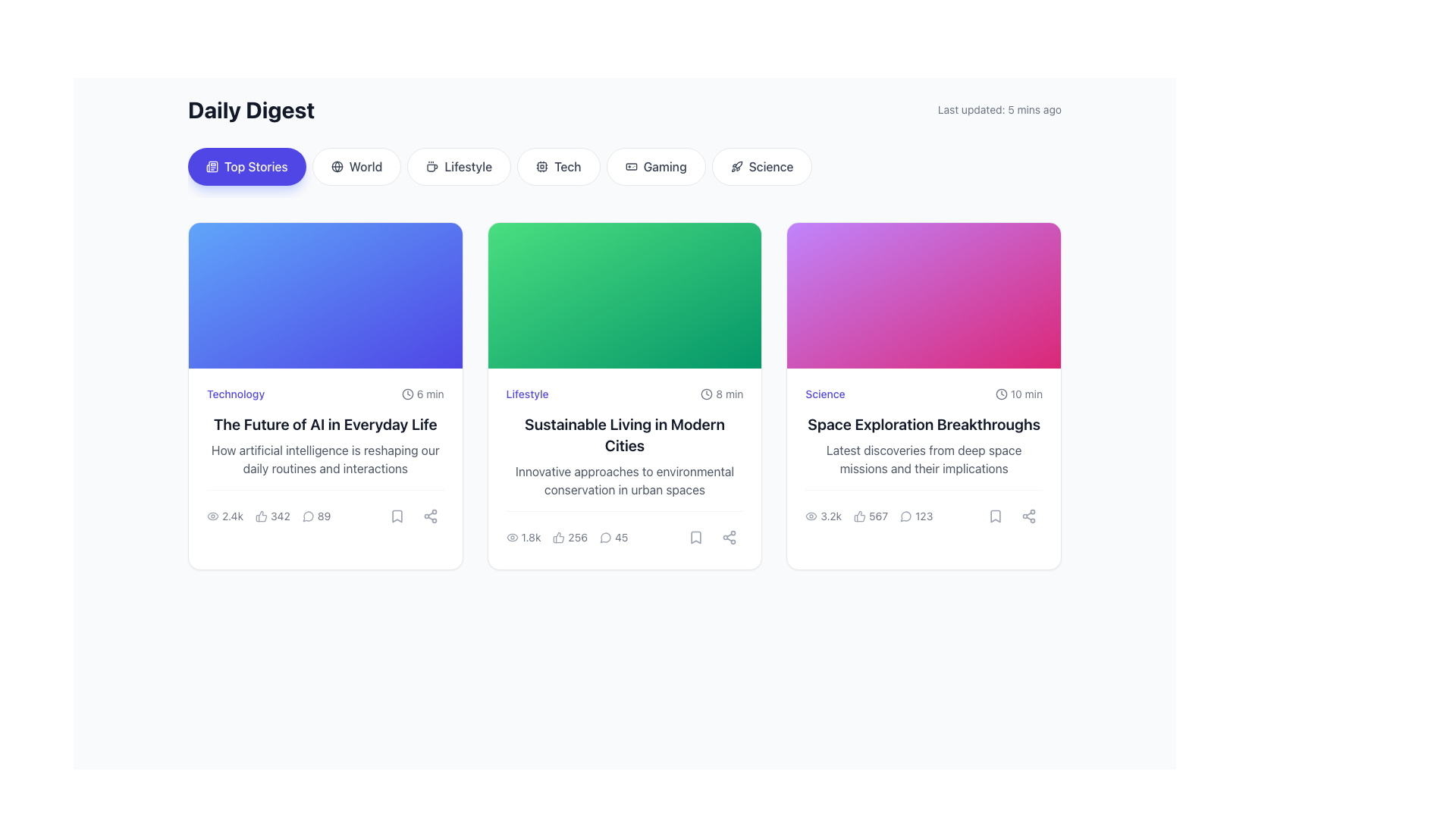  What do you see at coordinates (604, 537) in the screenshot?
I see `the speech bubble icon, which is part of the SVG graphic in the engagement metrics section below the 'Sustainable Living in Modern Cities' card, to interact` at bounding box center [604, 537].